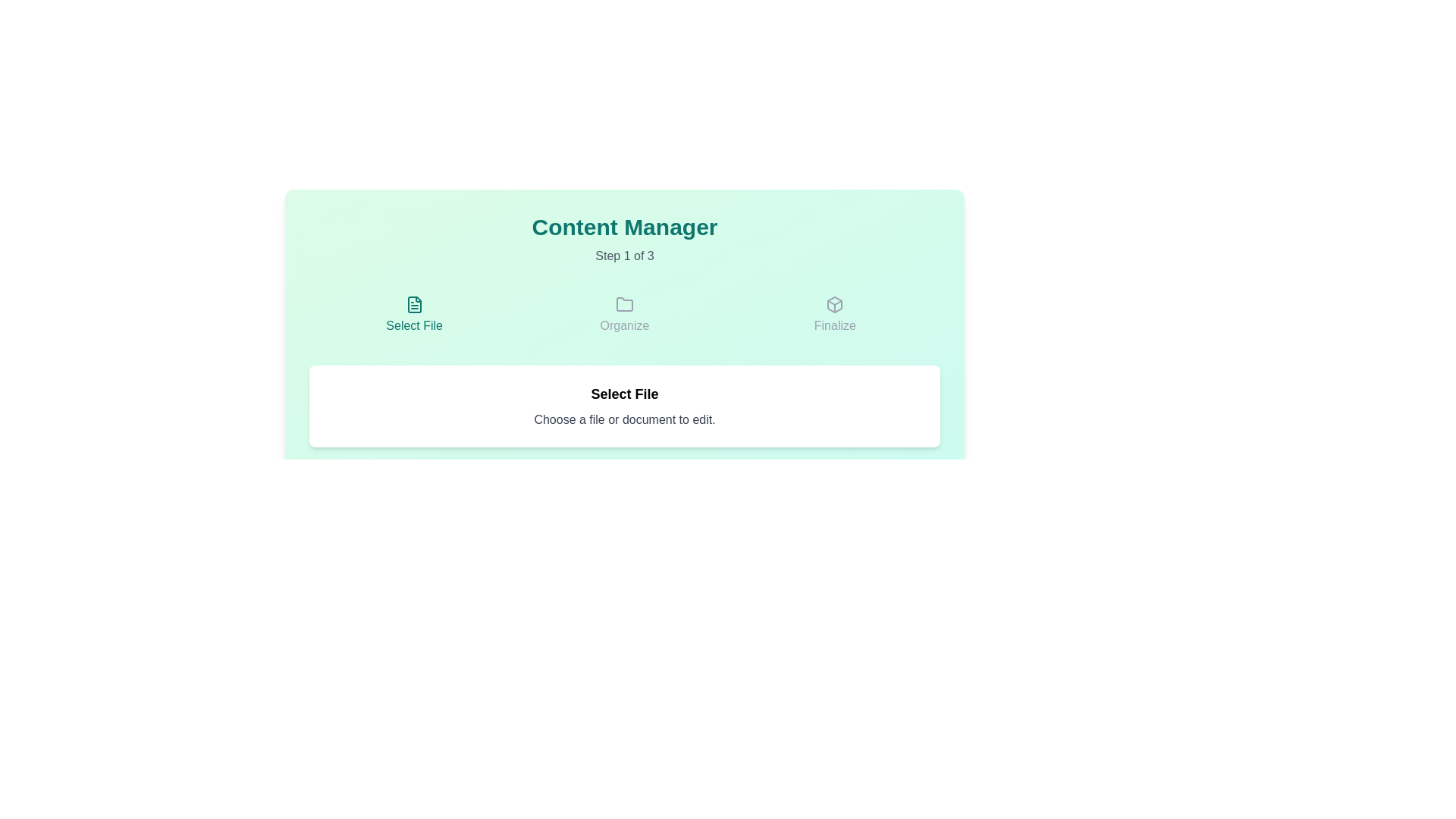 The image size is (1456, 819). I want to click on the folder icon, which is minimalist in design with rounded corners and located in the second column beneath 'Content Manager: Step 1 of 3', so click(625, 304).